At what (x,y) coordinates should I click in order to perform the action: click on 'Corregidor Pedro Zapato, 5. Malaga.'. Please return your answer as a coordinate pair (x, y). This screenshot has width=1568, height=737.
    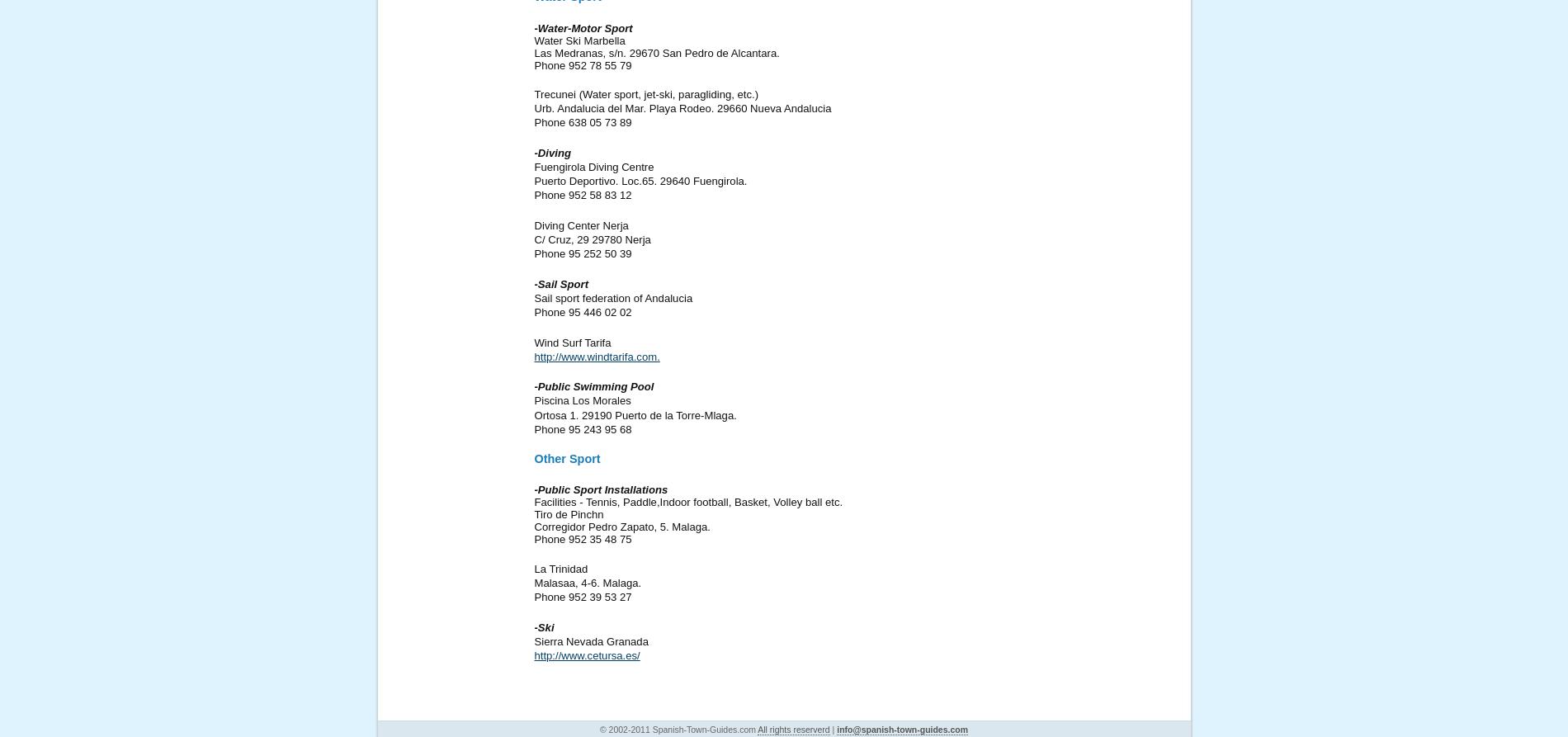
    Looking at the image, I should click on (621, 527).